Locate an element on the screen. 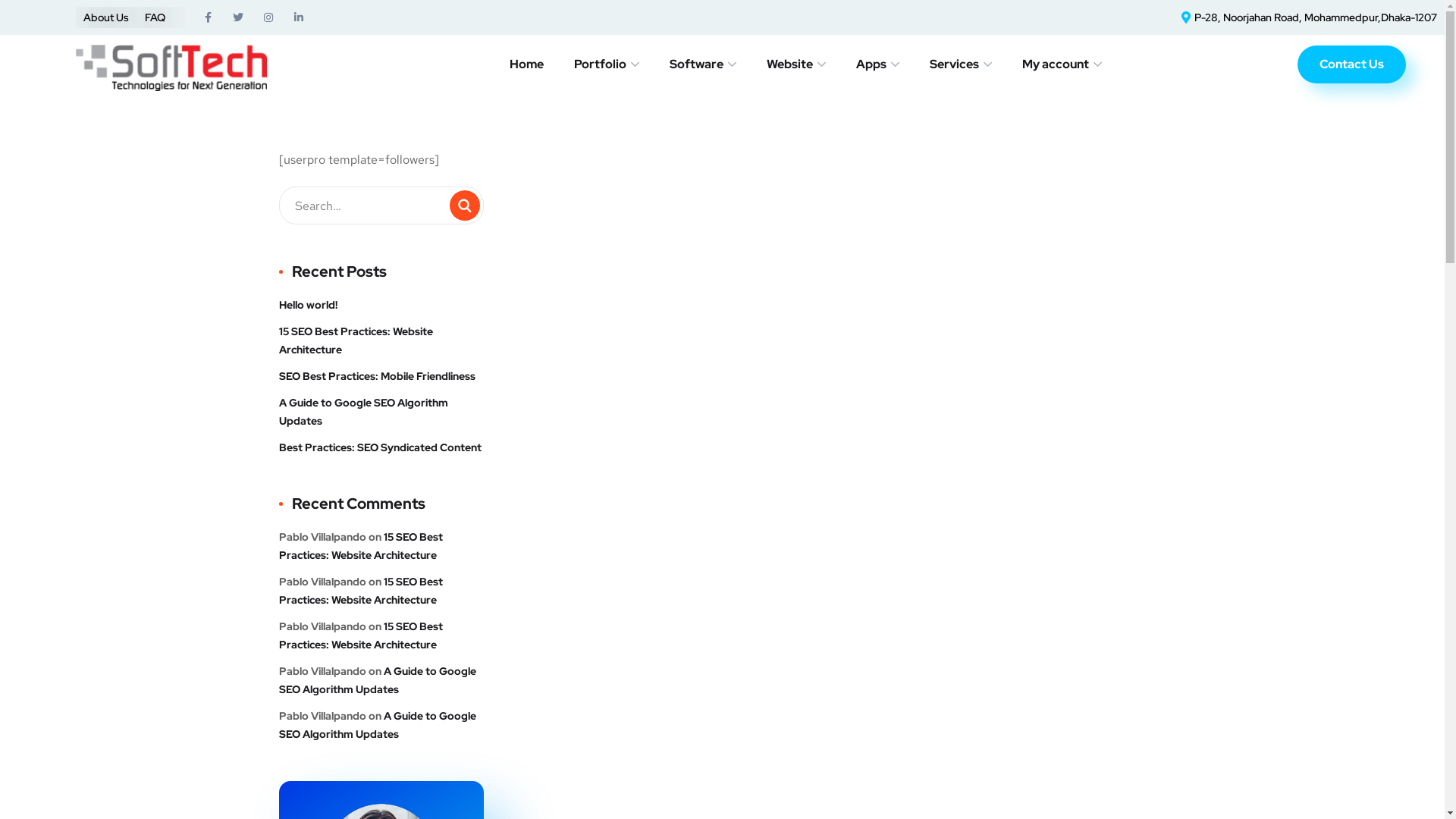 Image resolution: width=1456 pixels, height=819 pixels. 'Contact Us' is located at coordinates (1296, 63).